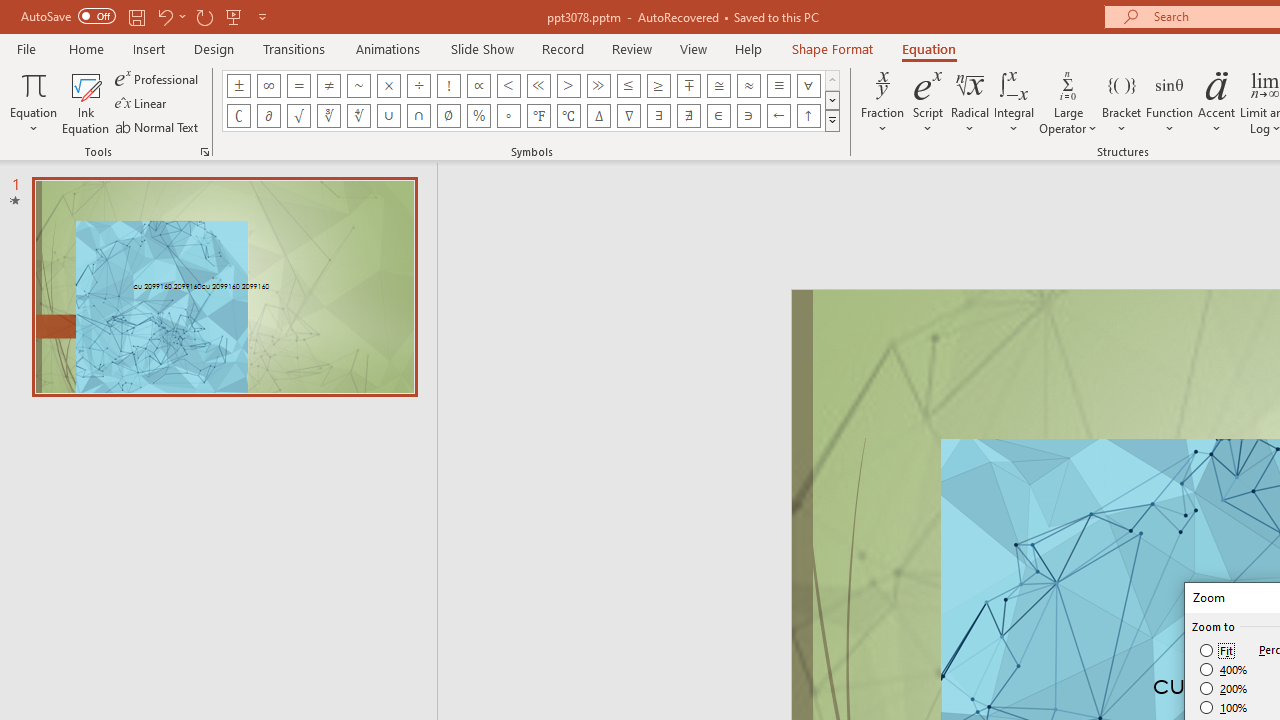  I want to click on 'Ink Equation', so click(85, 103).